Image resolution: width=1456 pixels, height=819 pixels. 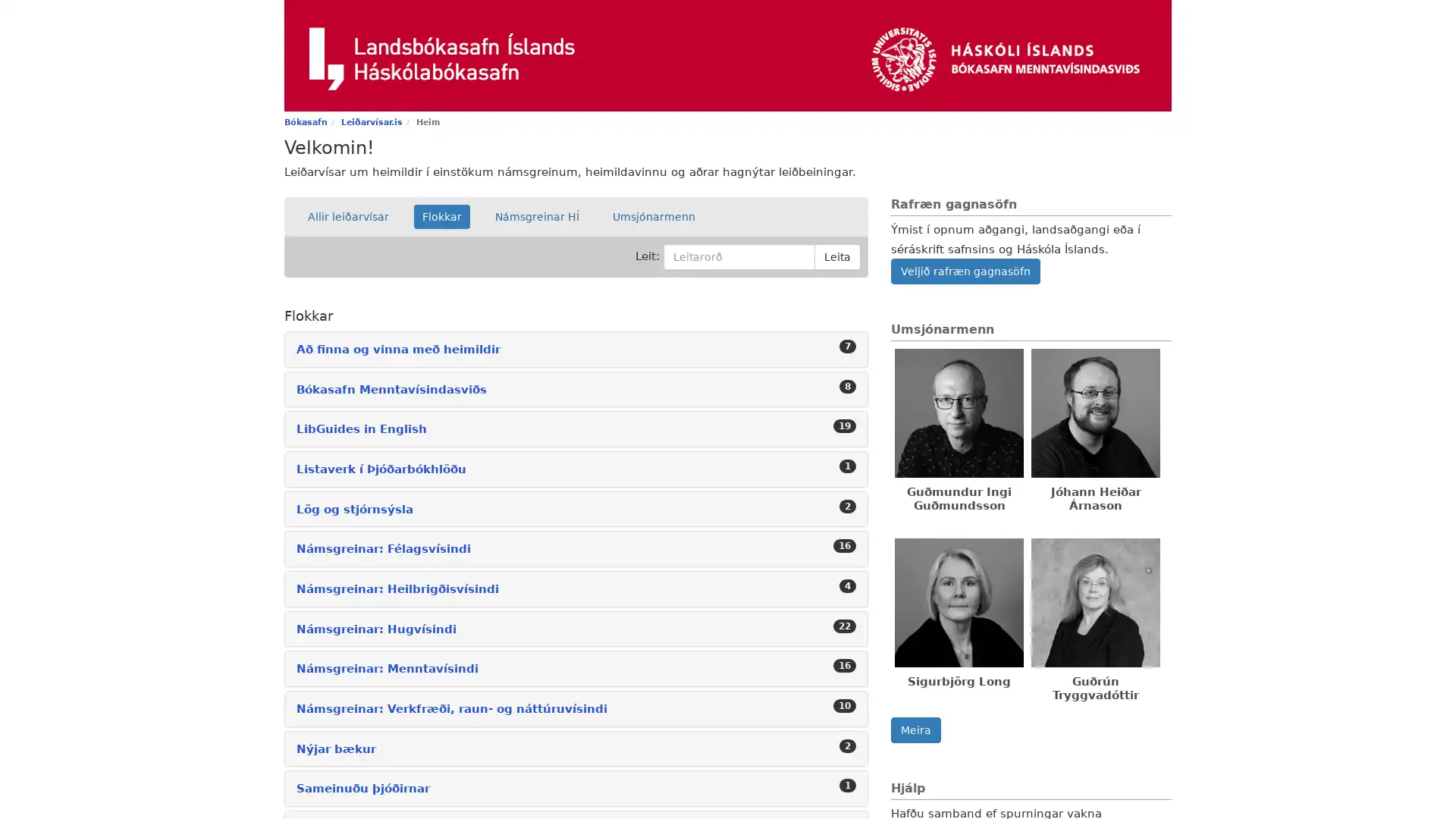 I want to click on Namsgreinar HI, so click(x=537, y=216).